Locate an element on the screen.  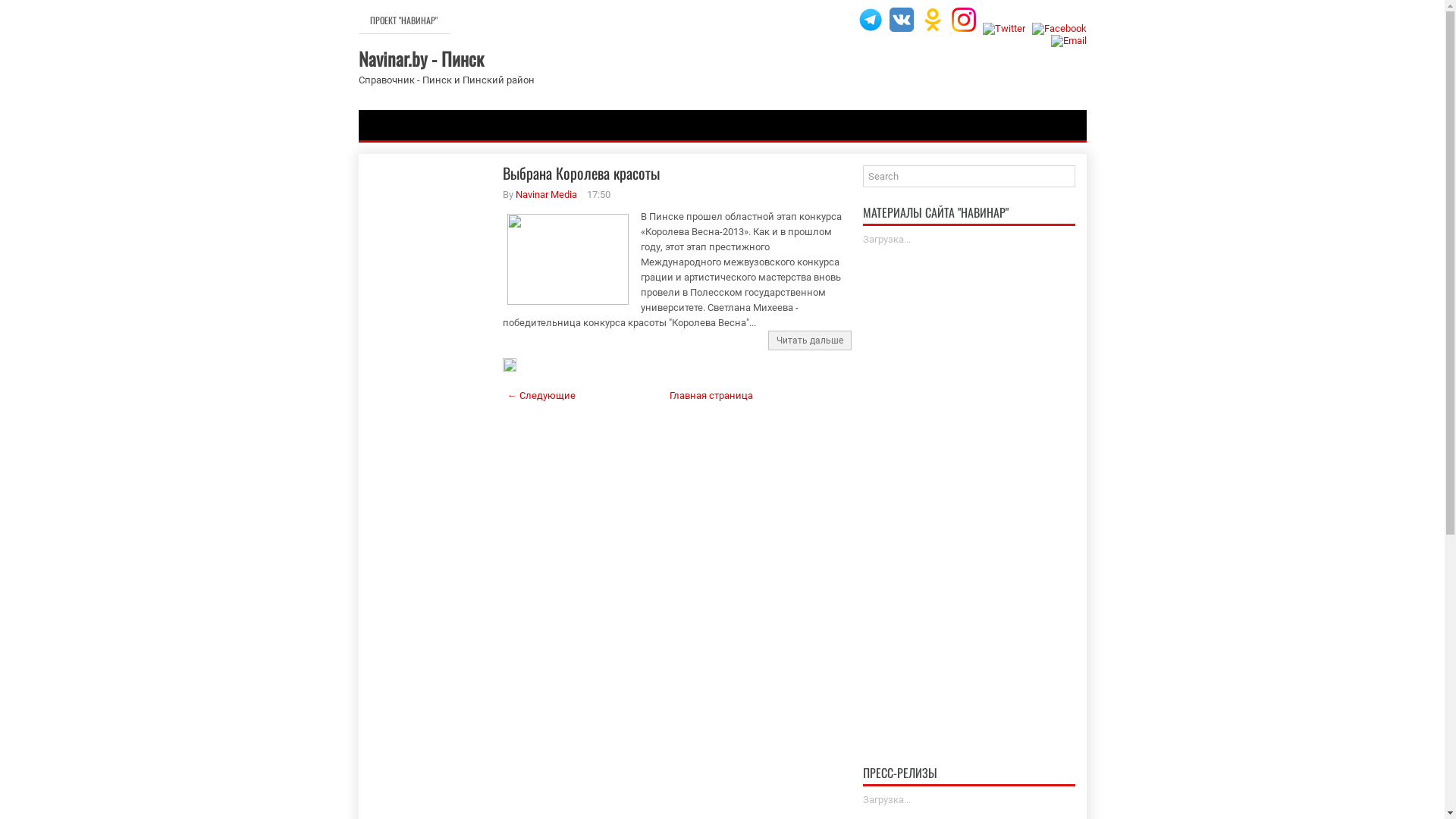
'Twitter' is located at coordinates (1004, 29).